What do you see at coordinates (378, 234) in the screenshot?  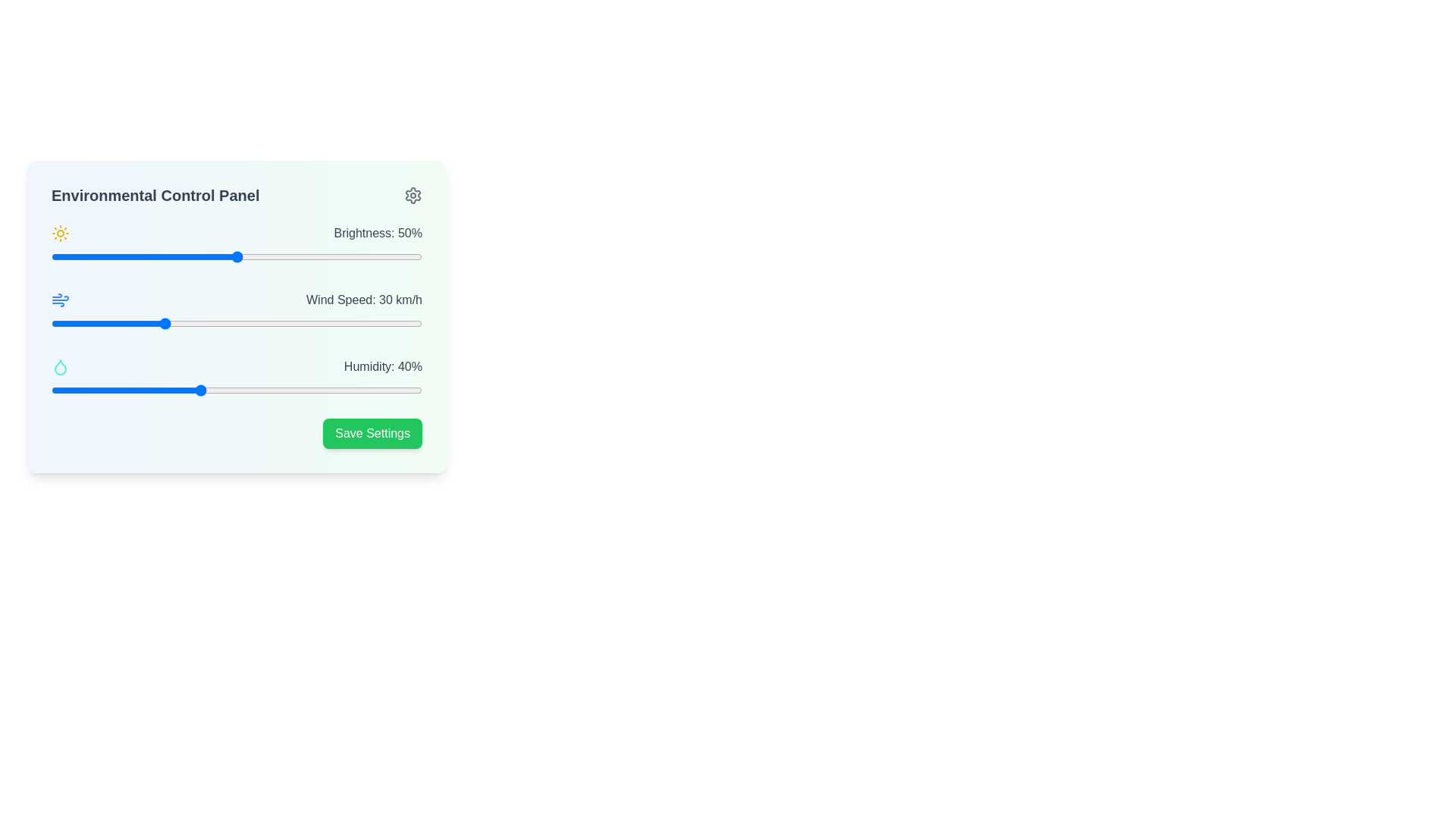 I see `the textual label displaying 'Brightness: 50%' in gray color, which is located in the top-right corner of the environmental control panel interface, adjacent to the Brightness control slider` at bounding box center [378, 234].